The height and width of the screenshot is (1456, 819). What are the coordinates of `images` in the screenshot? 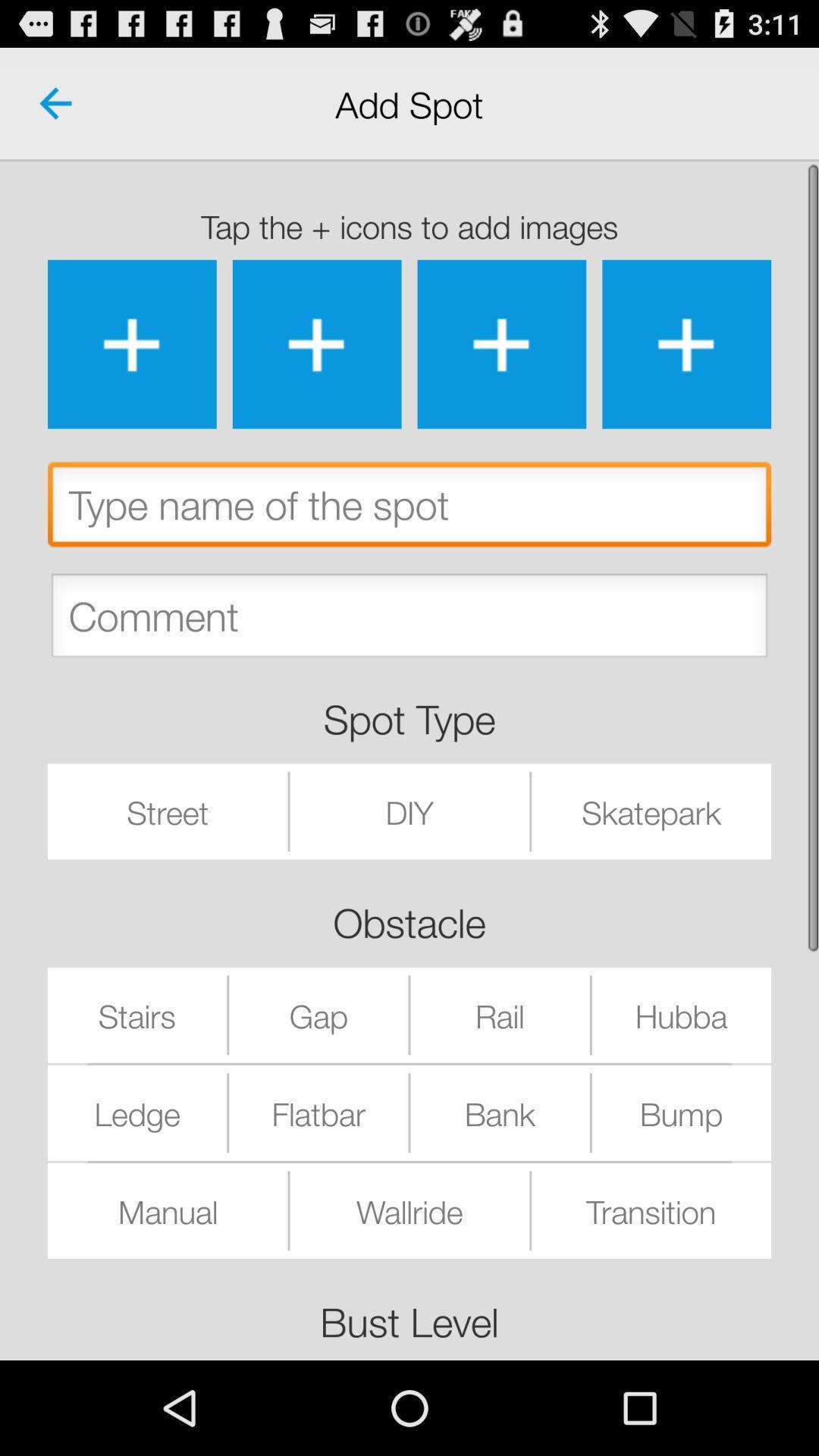 It's located at (131, 344).